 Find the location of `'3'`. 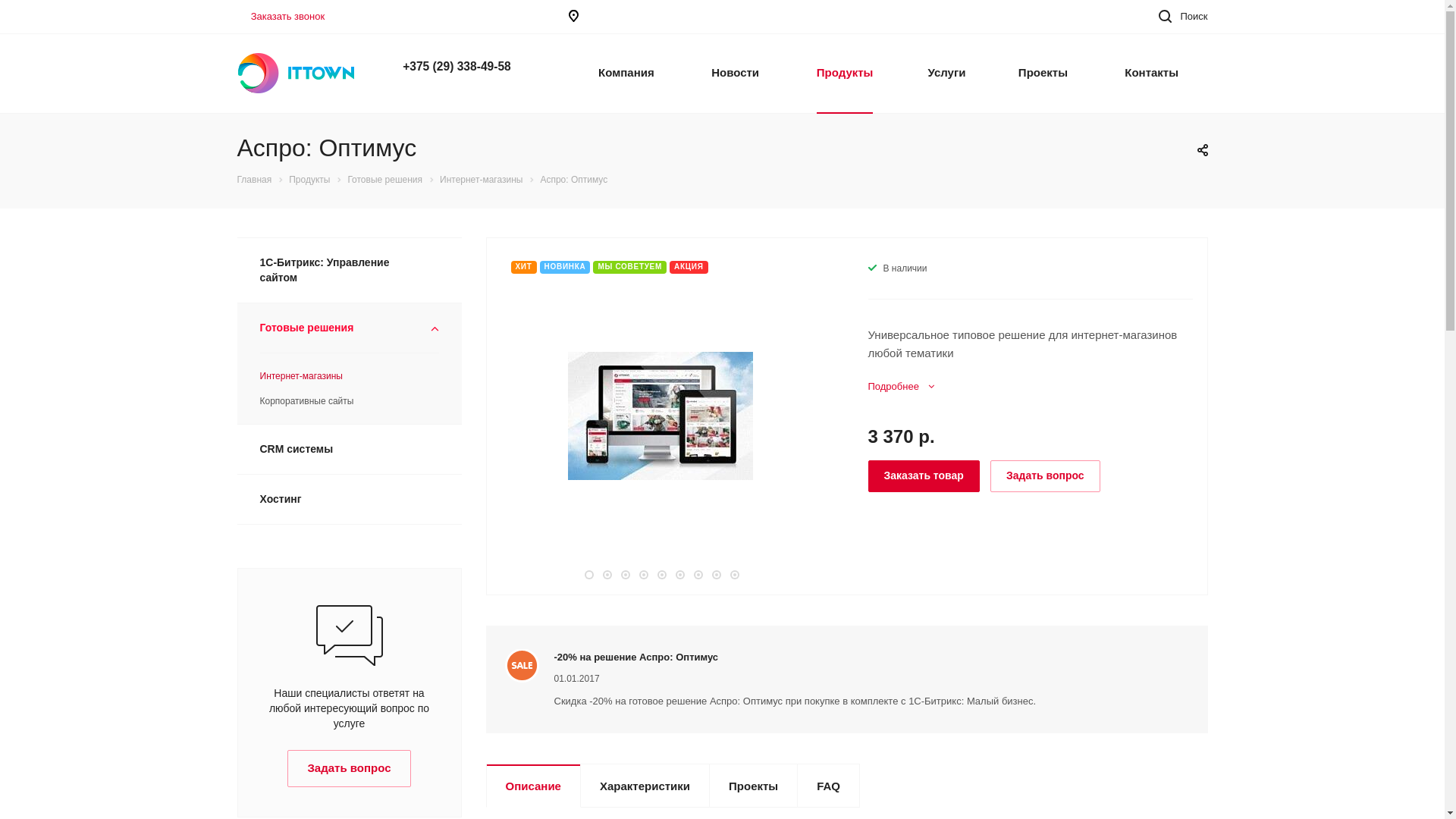

'3' is located at coordinates (625, 575).